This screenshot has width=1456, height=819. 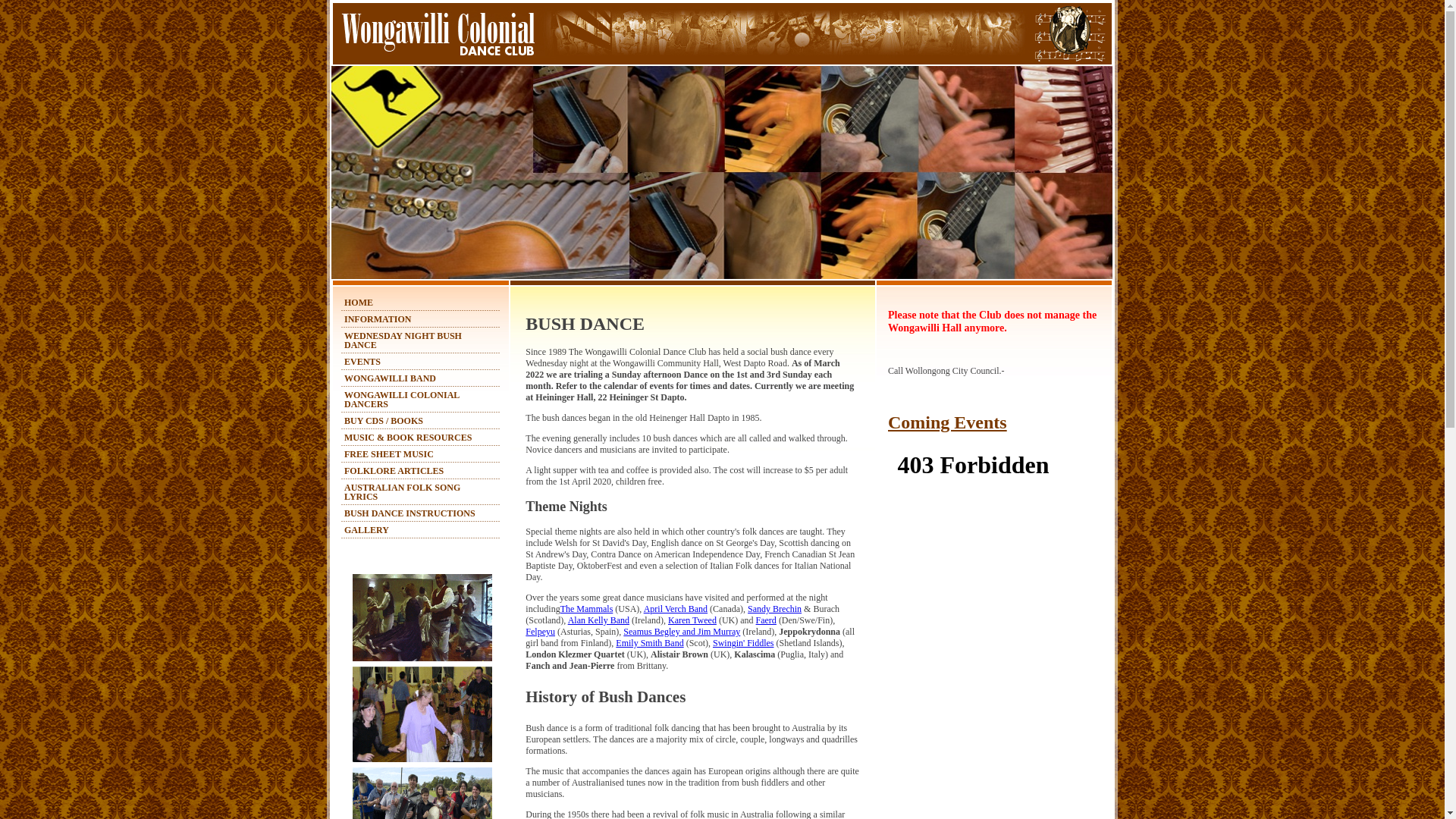 What do you see at coordinates (691, 620) in the screenshot?
I see `'Karen Tweed'` at bounding box center [691, 620].